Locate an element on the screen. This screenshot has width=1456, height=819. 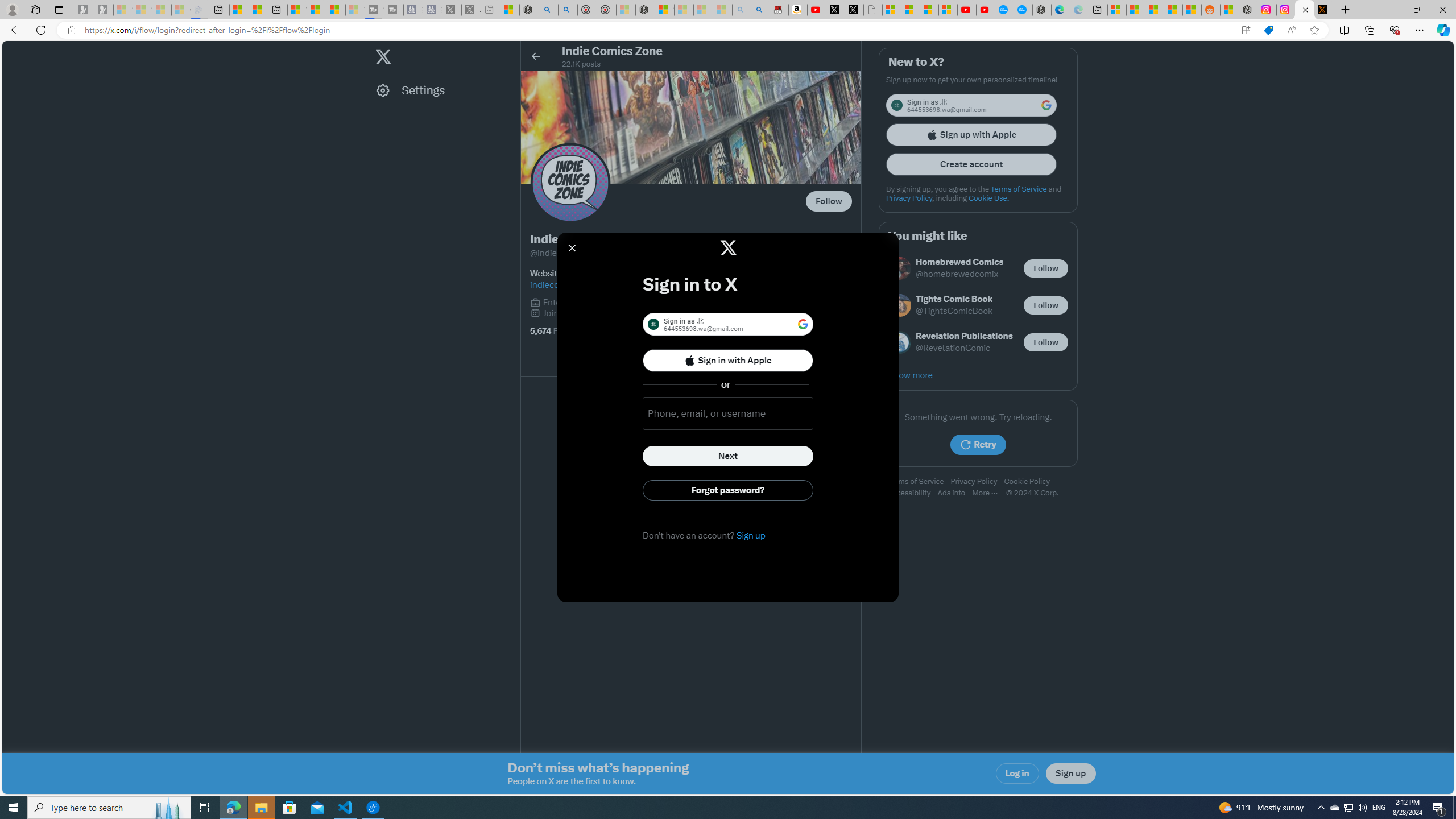
'help.x.com | 524: A timeout occurred' is located at coordinates (1323, 9).